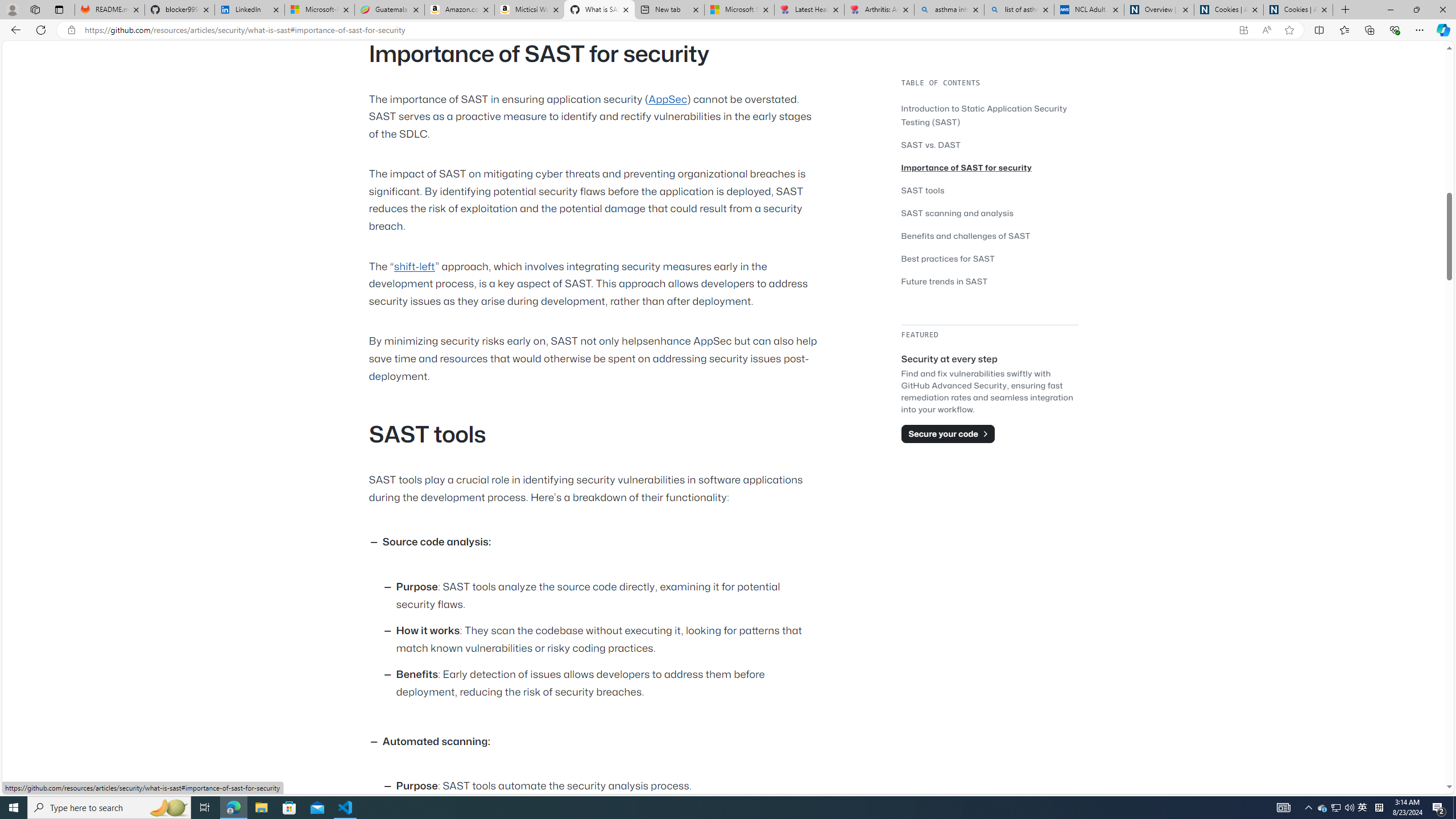 The image size is (1456, 819). What do you see at coordinates (990, 115) in the screenshot?
I see `'Introduction to Static Application Security Testing (SAST)'` at bounding box center [990, 115].